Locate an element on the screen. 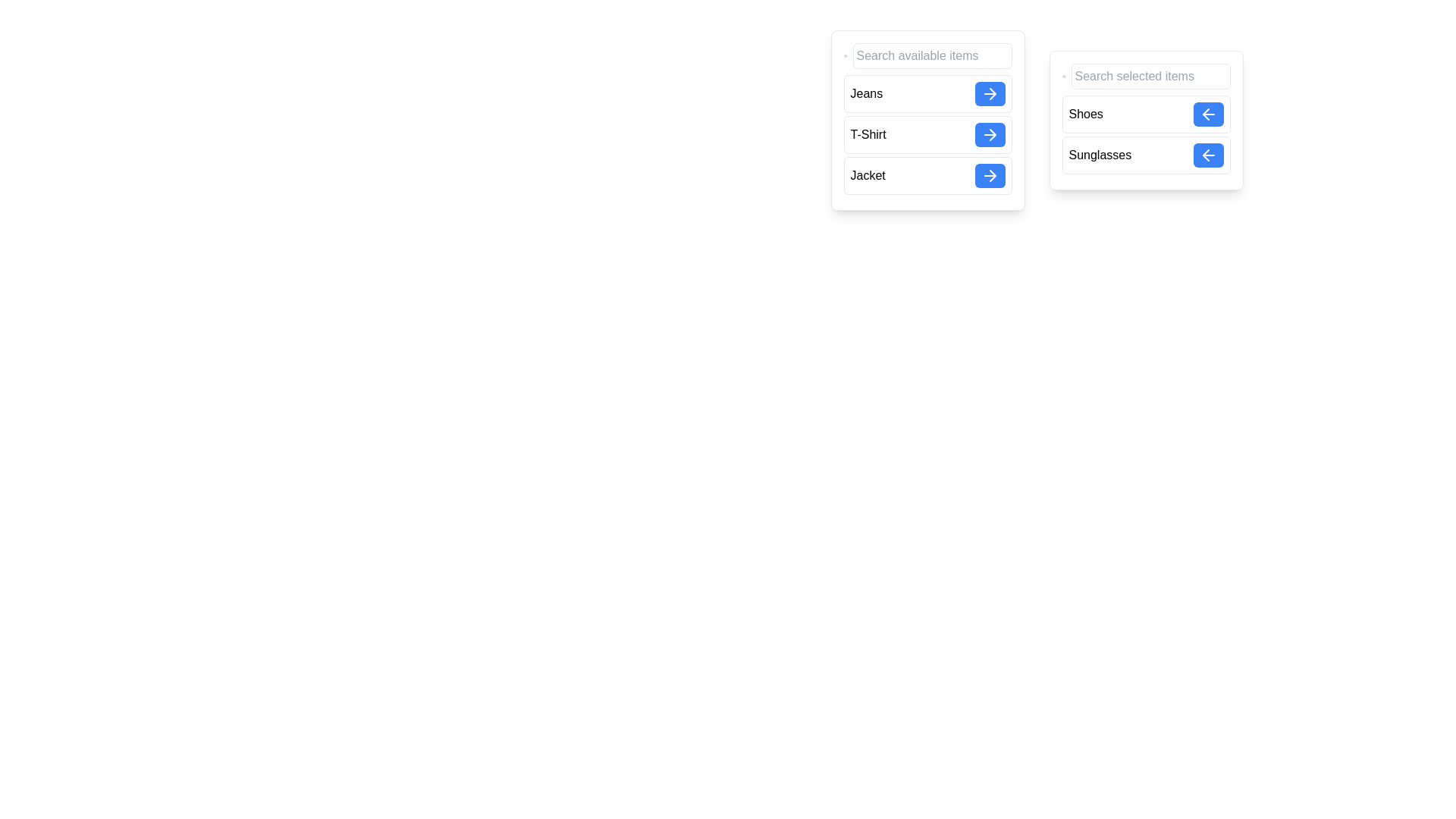  the static text label for 'Sunglasses' located under the header 'Search selected items' in the right panel, which is situated below 'Shoes' and to the left of an arrow icon is located at coordinates (1100, 155).